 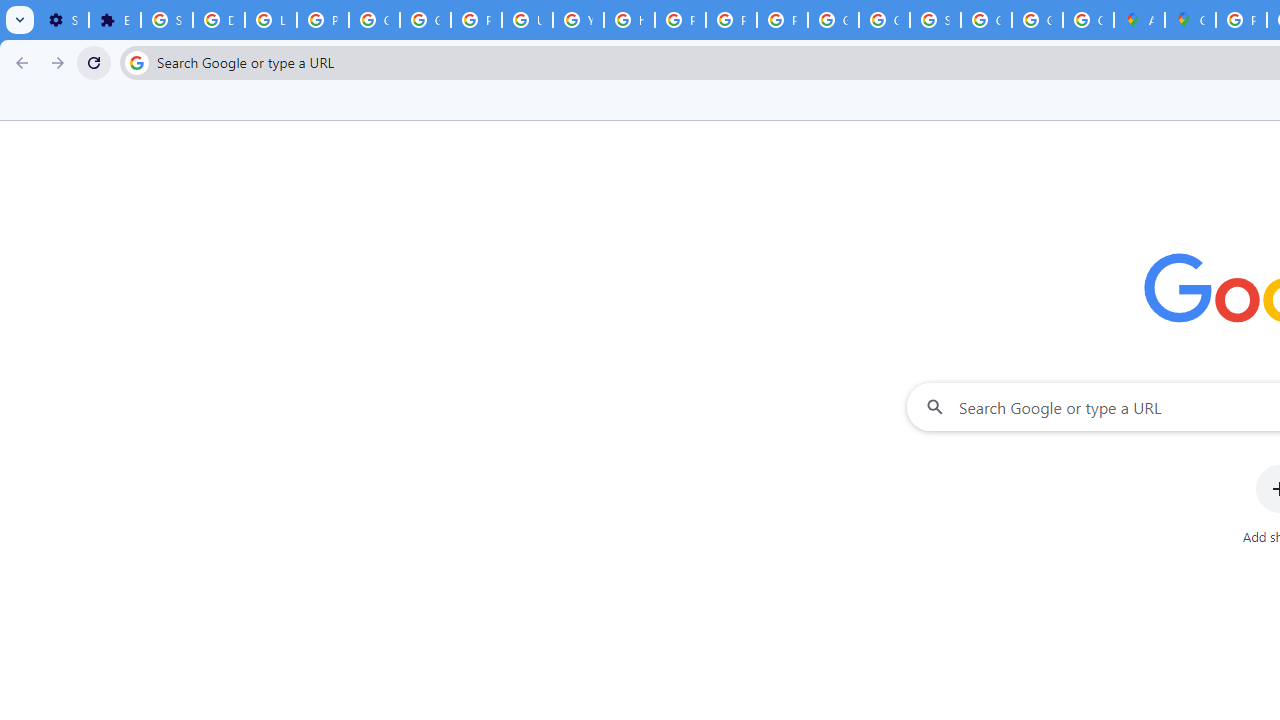 I want to click on 'Google Account Help', so click(x=423, y=20).